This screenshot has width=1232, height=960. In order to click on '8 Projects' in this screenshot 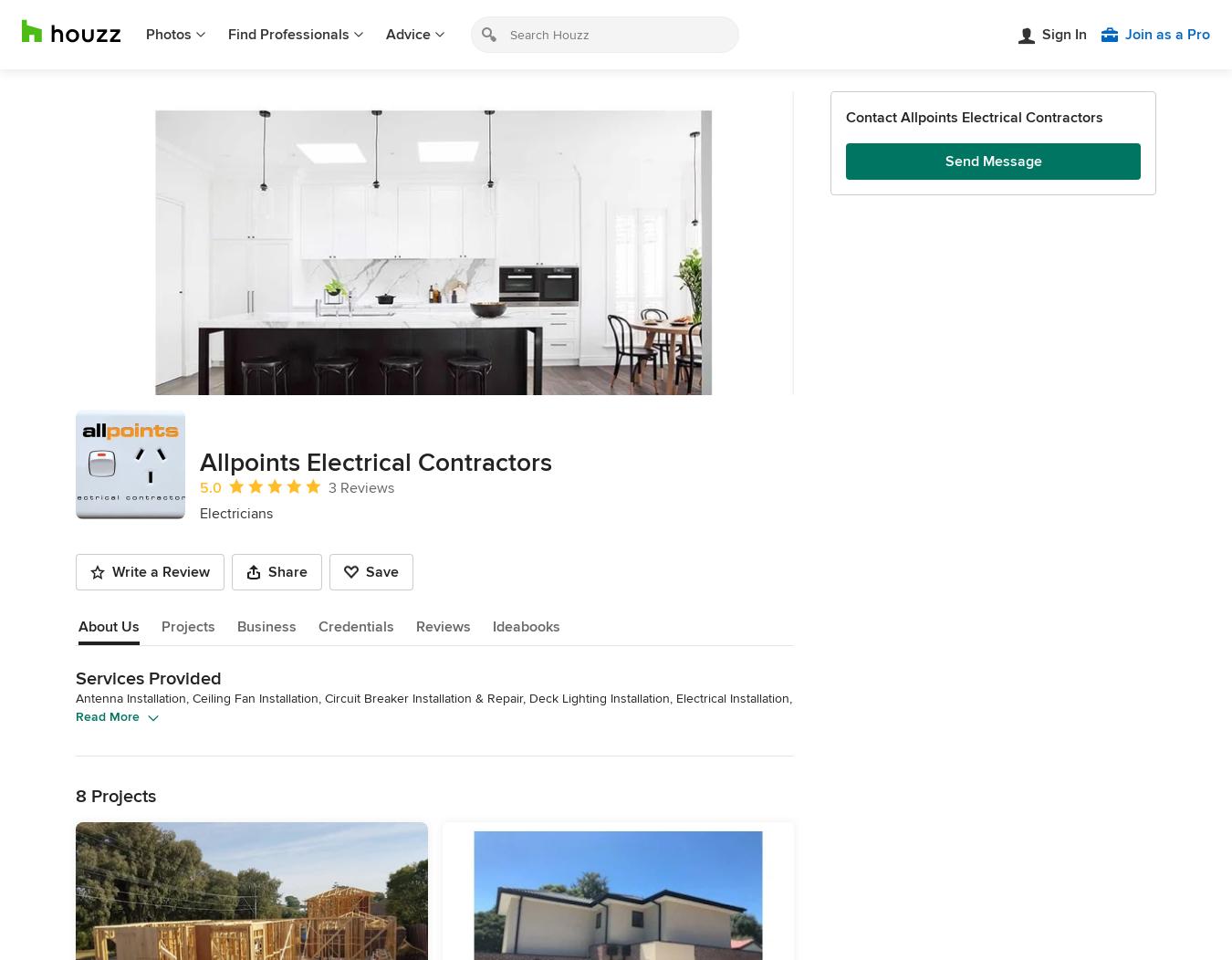, I will do `click(116, 795)`.